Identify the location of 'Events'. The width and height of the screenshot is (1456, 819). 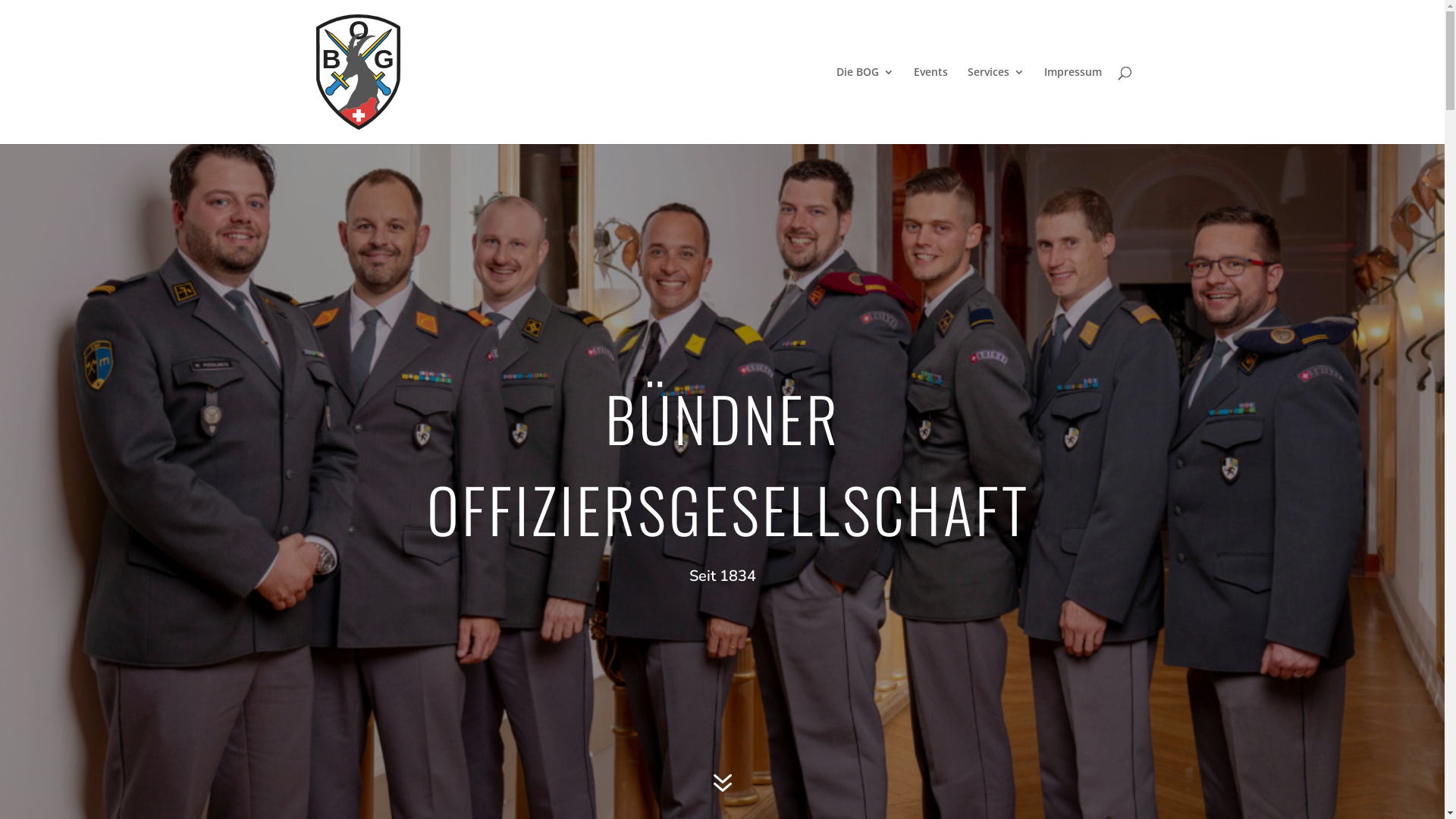
(929, 104).